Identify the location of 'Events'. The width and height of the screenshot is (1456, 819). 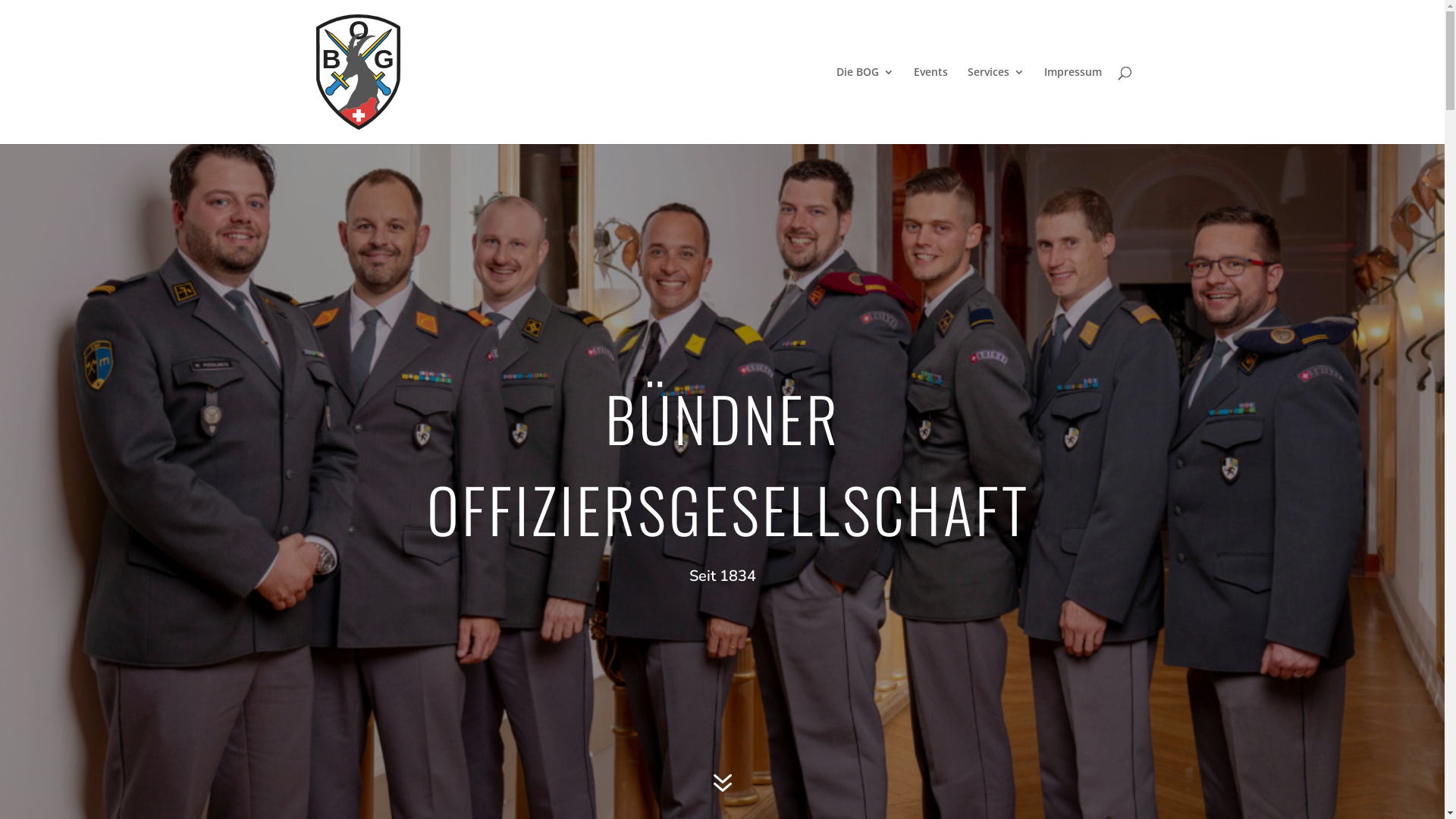
(929, 104).